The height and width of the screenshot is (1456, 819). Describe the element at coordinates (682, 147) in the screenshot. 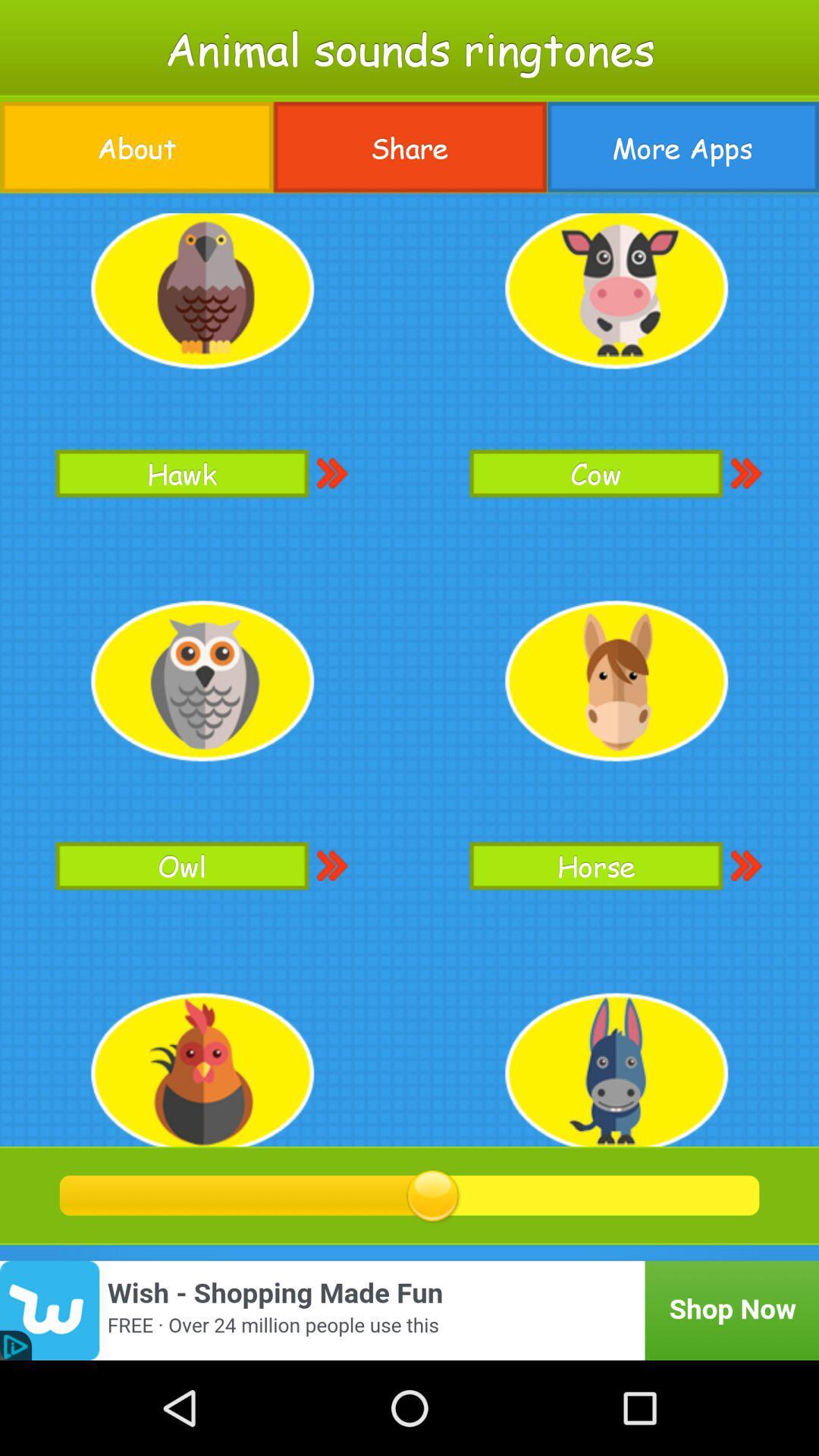

I see `more apps icon` at that location.